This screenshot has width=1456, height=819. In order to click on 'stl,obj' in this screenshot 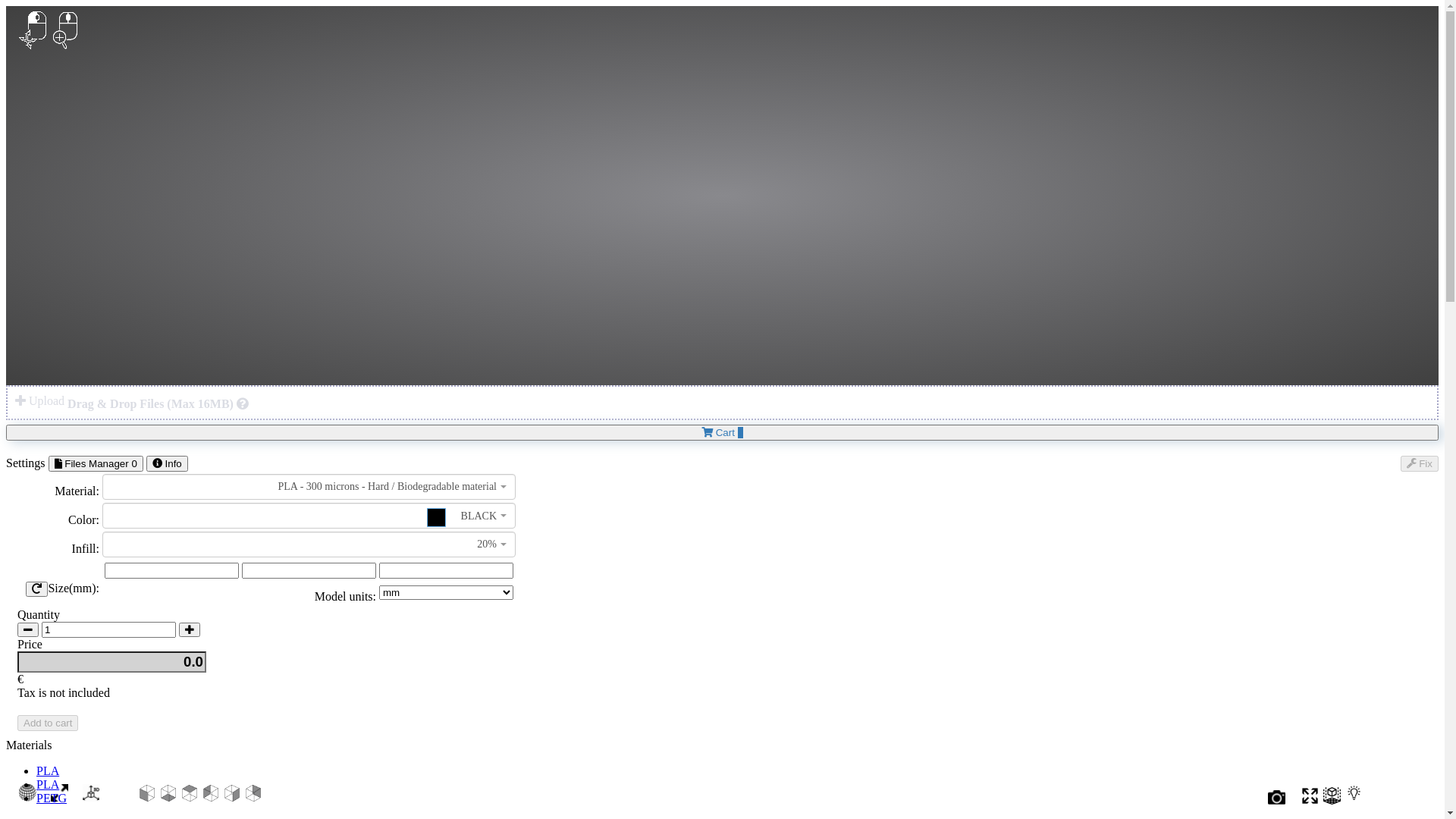, I will do `click(243, 403)`.